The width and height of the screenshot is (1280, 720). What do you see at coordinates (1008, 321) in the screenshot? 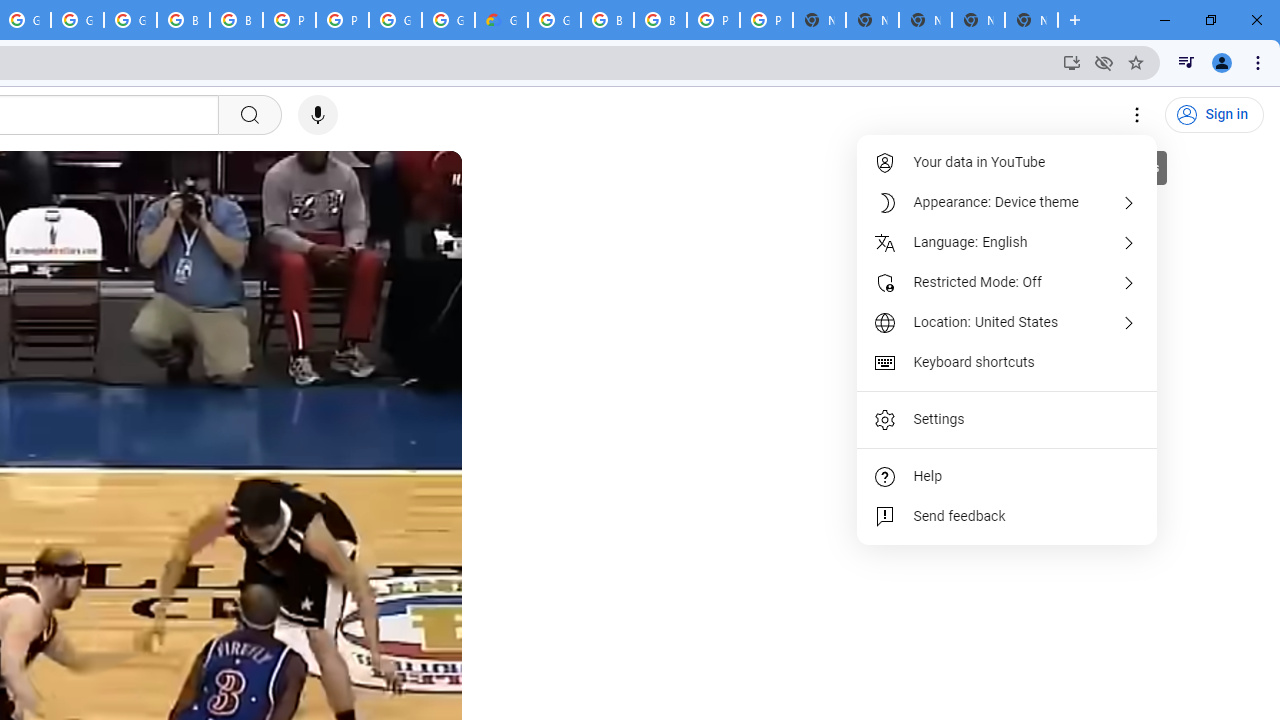
I see `'Location: United States'` at bounding box center [1008, 321].